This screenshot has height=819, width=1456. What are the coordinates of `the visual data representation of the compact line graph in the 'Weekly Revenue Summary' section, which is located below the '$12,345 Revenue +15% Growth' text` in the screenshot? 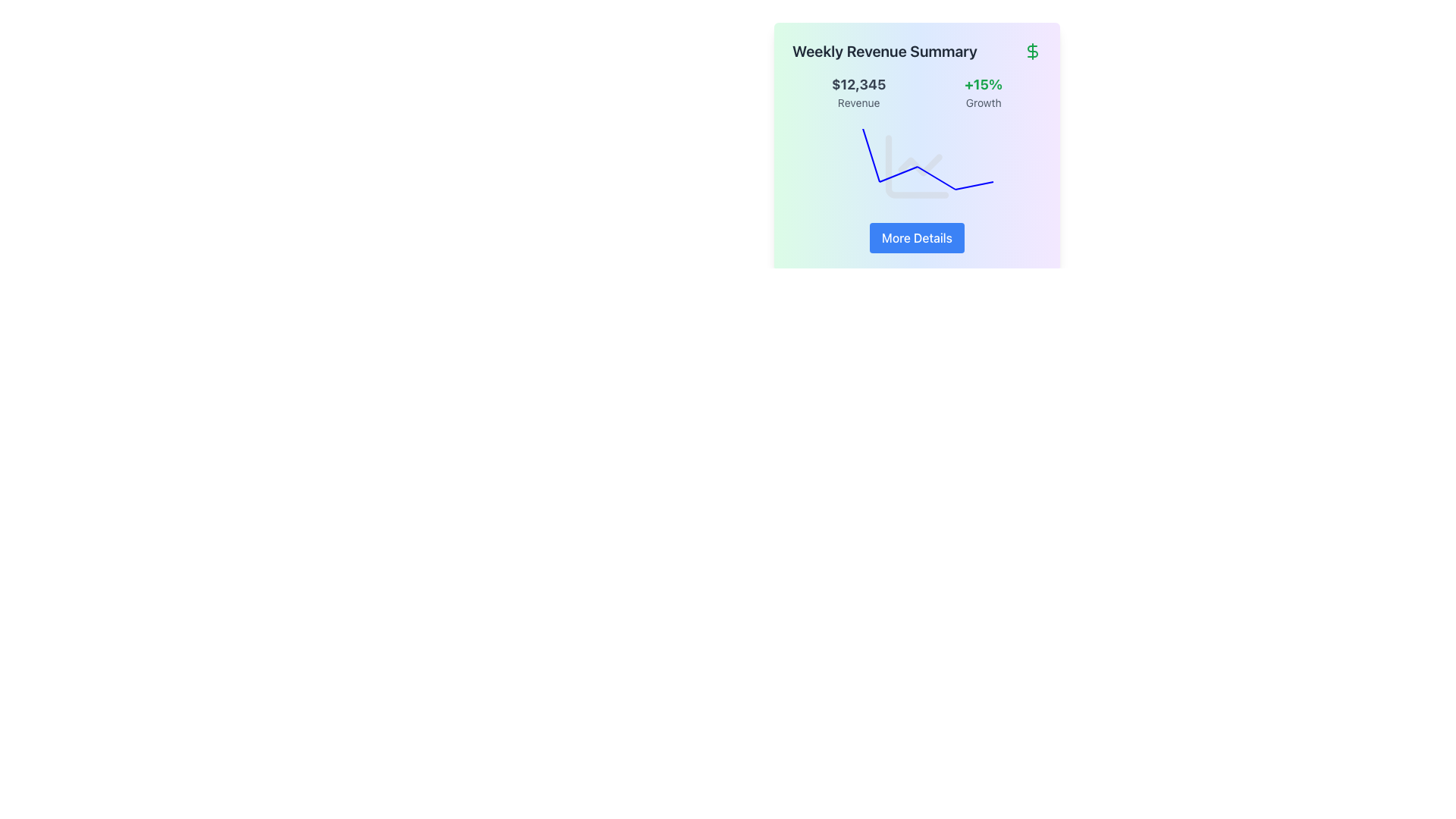 It's located at (916, 166).